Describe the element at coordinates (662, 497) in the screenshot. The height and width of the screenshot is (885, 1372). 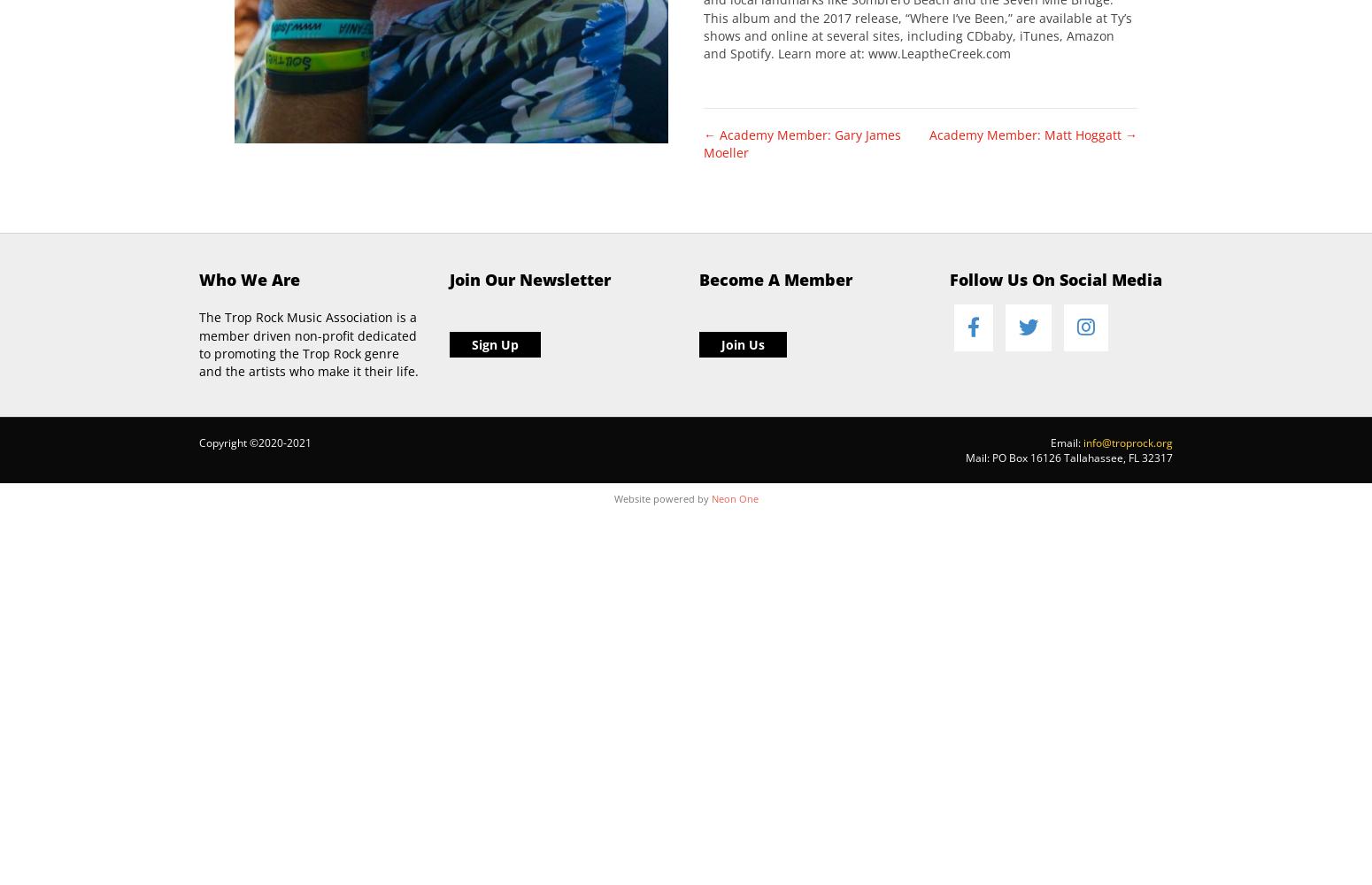
I see `'Website powered by'` at that location.